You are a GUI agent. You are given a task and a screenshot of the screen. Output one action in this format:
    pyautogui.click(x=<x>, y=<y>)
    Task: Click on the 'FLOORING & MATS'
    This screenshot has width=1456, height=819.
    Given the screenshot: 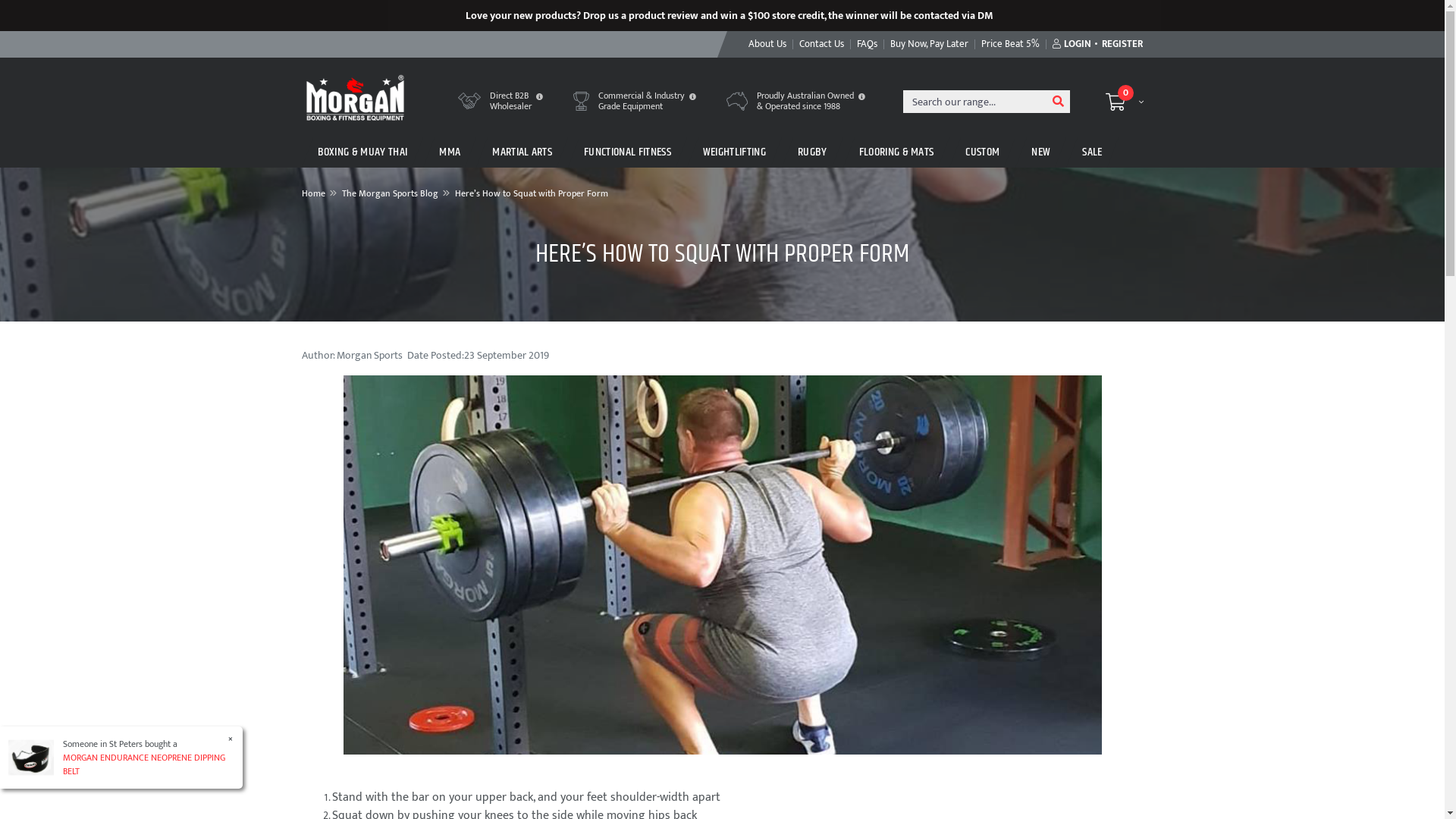 What is the action you would take?
    pyautogui.click(x=896, y=152)
    